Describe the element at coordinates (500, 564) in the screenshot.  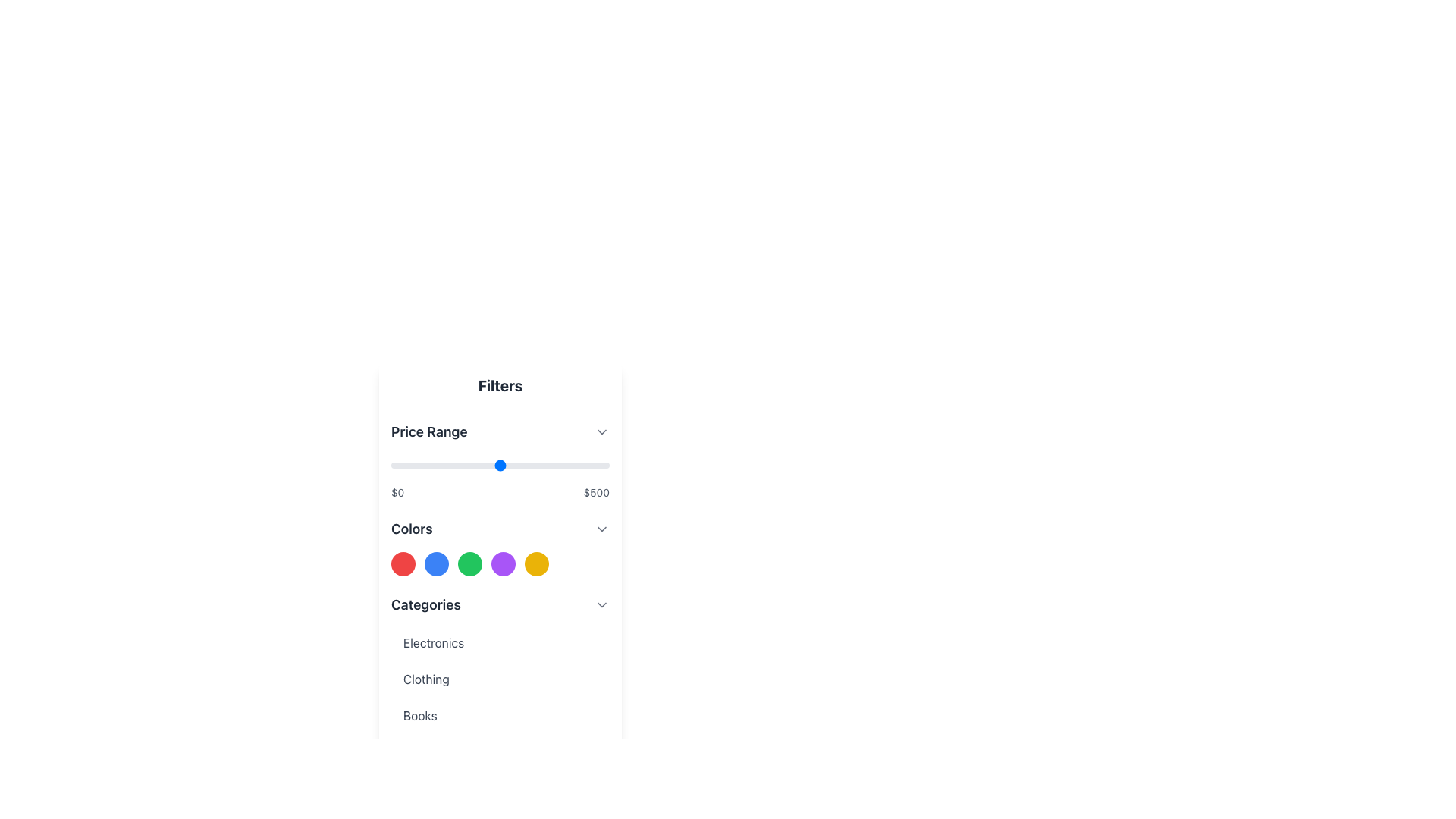
I see `keyboard navigation` at that location.